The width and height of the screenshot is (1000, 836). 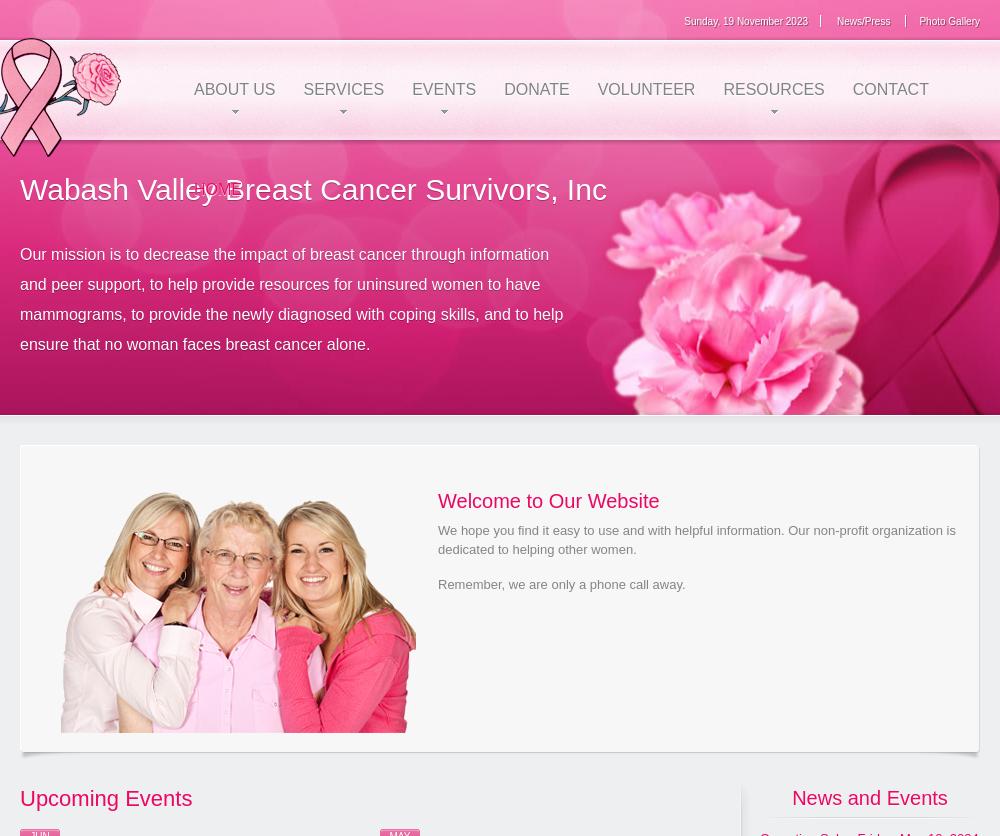 What do you see at coordinates (20, 253) in the screenshot?
I see `'Our mission is to decrease the impact of breast cancer through information'` at bounding box center [20, 253].